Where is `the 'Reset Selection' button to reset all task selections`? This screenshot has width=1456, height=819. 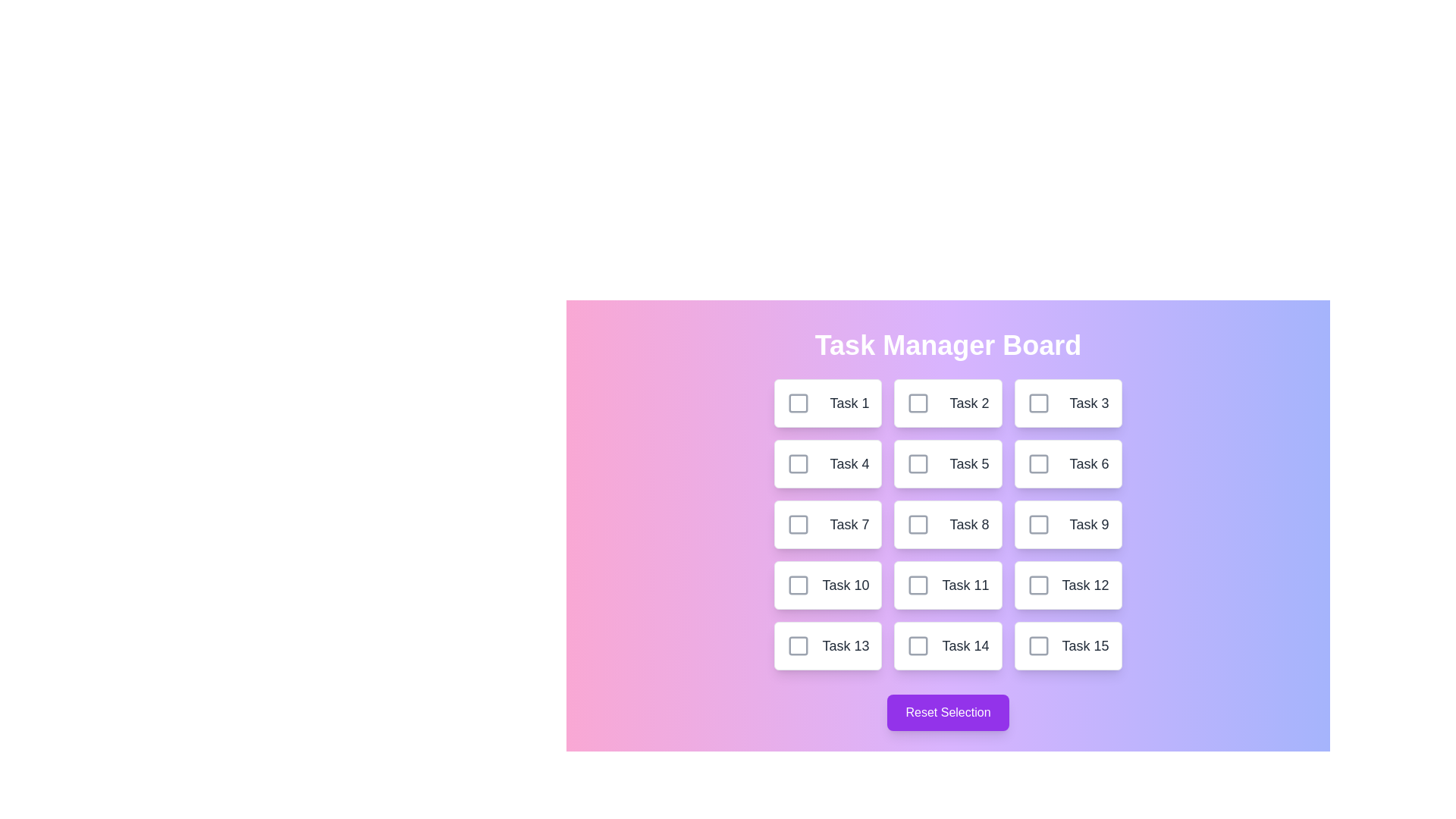 the 'Reset Selection' button to reset all task selections is located at coordinates (947, 713).